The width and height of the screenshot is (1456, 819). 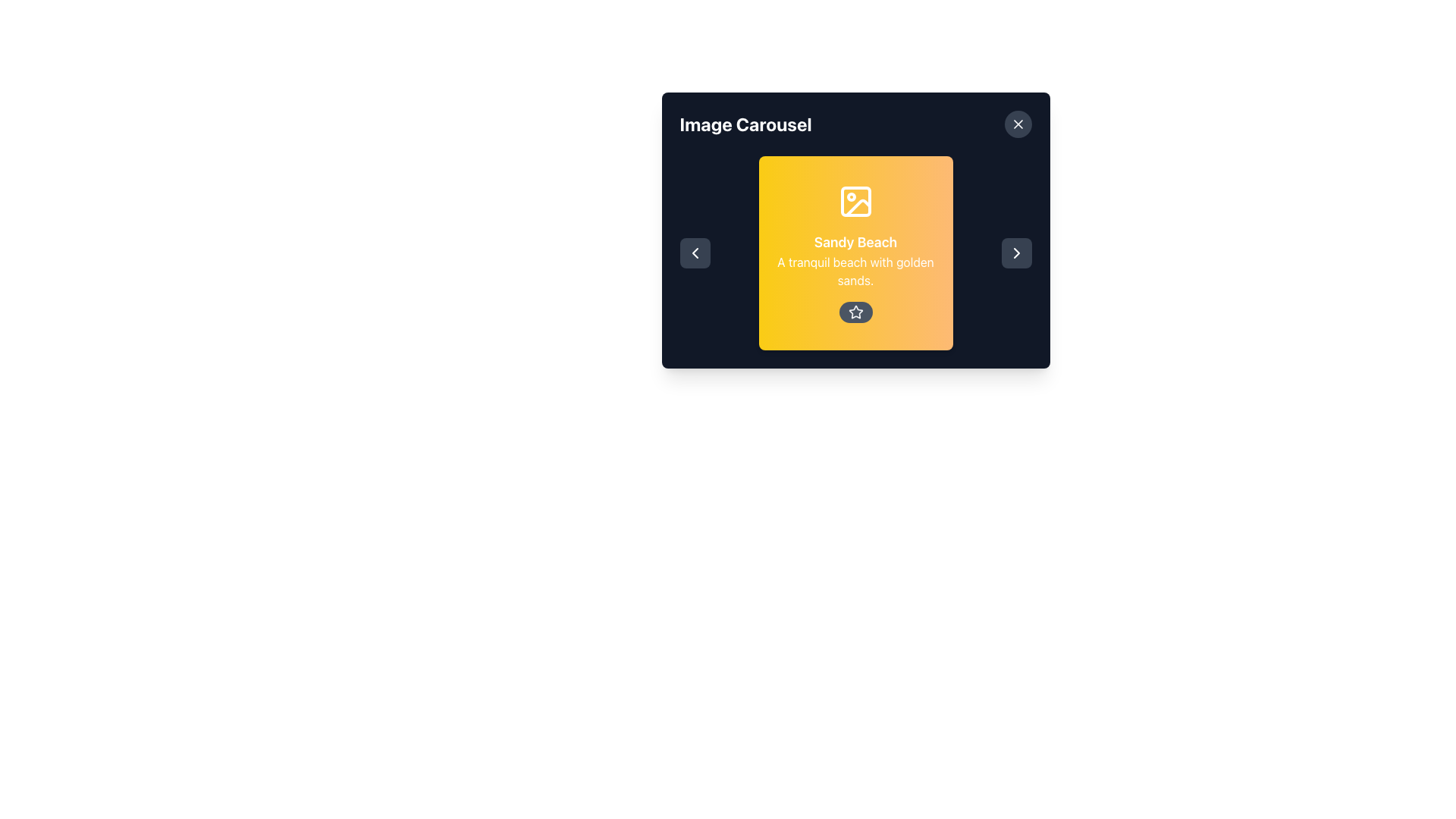 What do you see at coordinates (855, 253) in the screenshot?
I see `the informational card in the carousel that provides a title, description, and a decorative icon representing a beach location` at bounding box center [855, 253].